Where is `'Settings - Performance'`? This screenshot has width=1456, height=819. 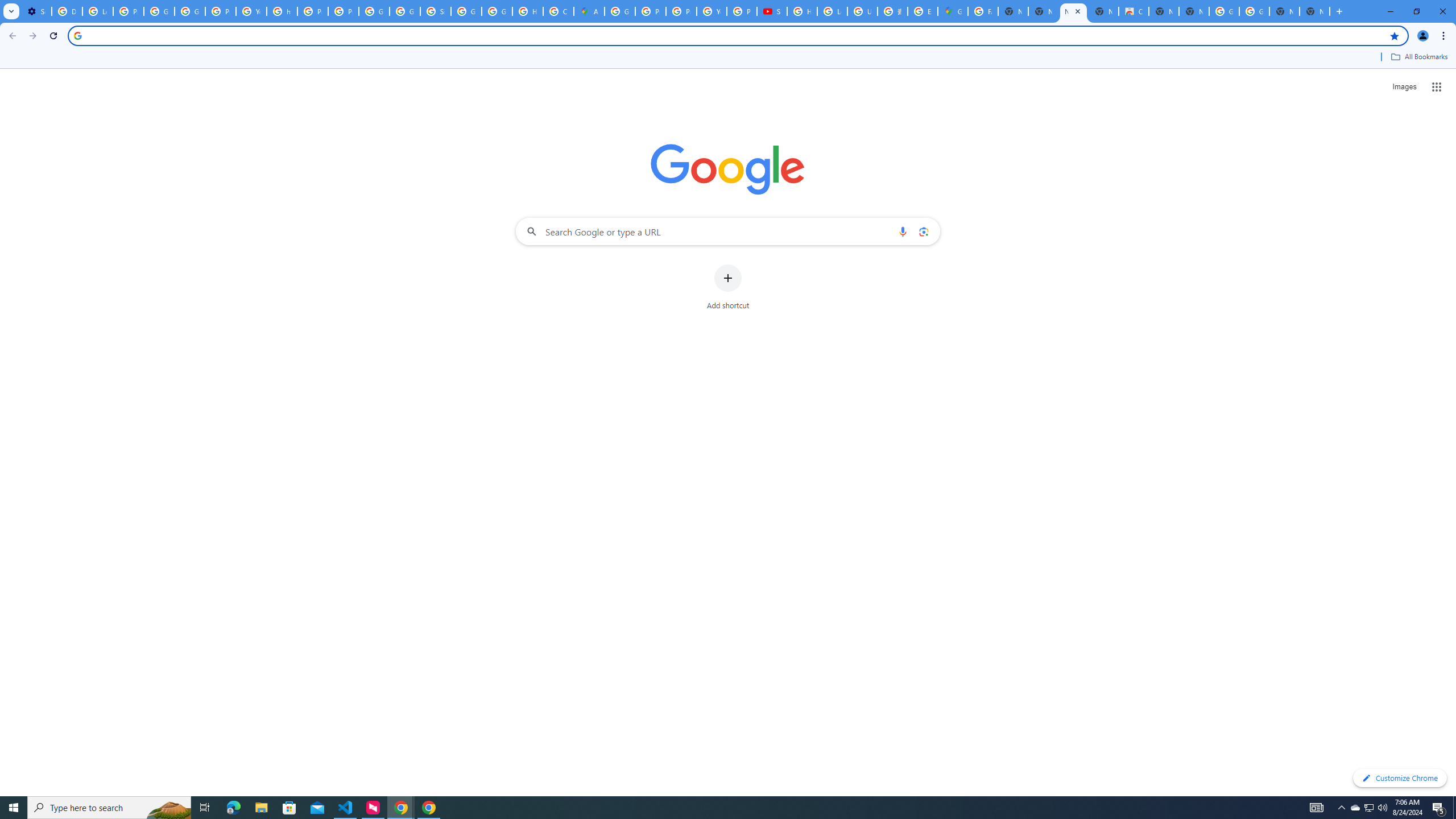
'Settings - Performance' is located at coordinates (36, 11).